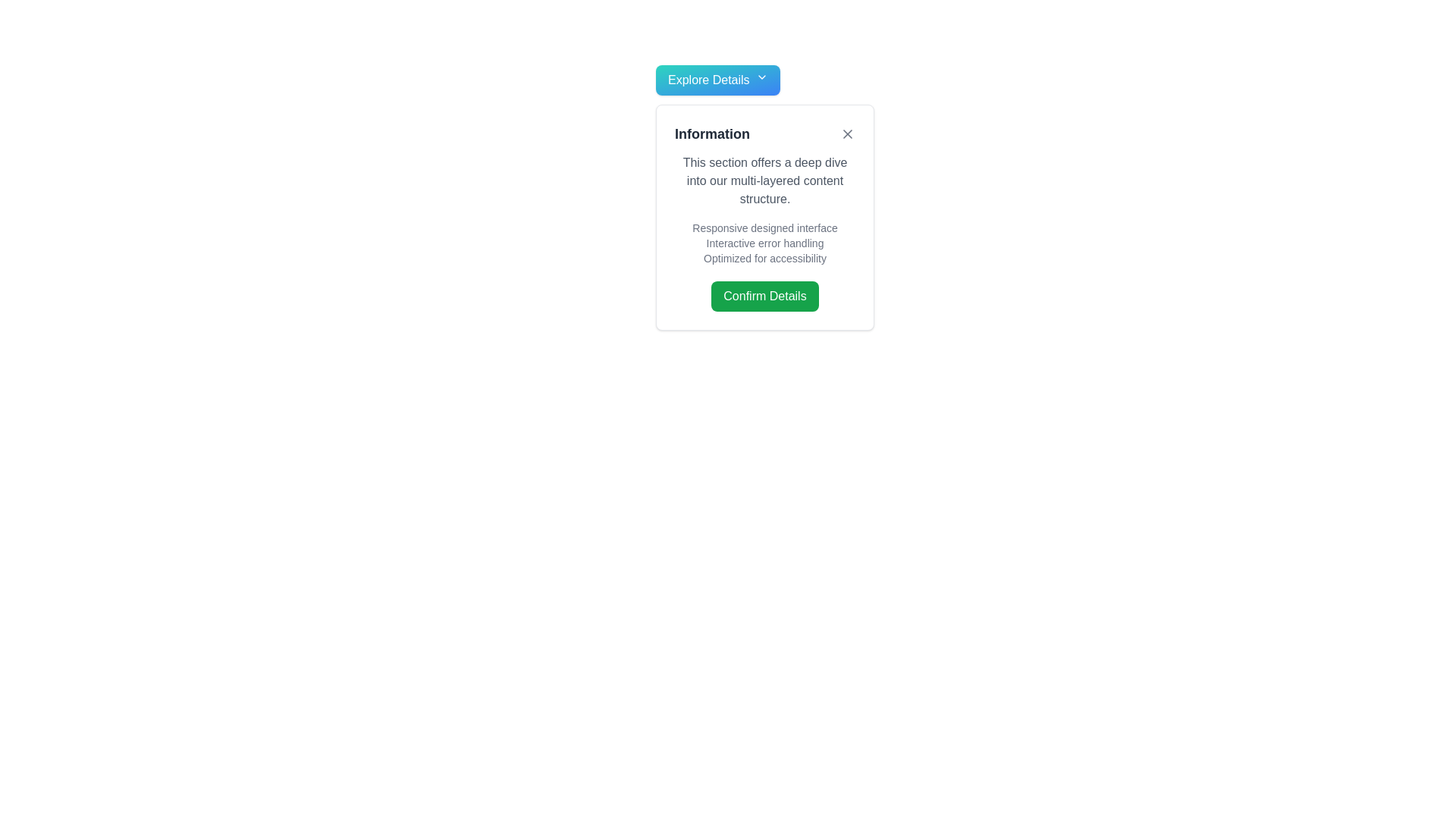 Image resolution: width=1456 pixels, height=819 pixels. Describe the element at coordinates (761, 77) in the screenshot. I see `the downward-pointing chevron icon located at the rightmost side of the 'Explore Details' button` at that location.